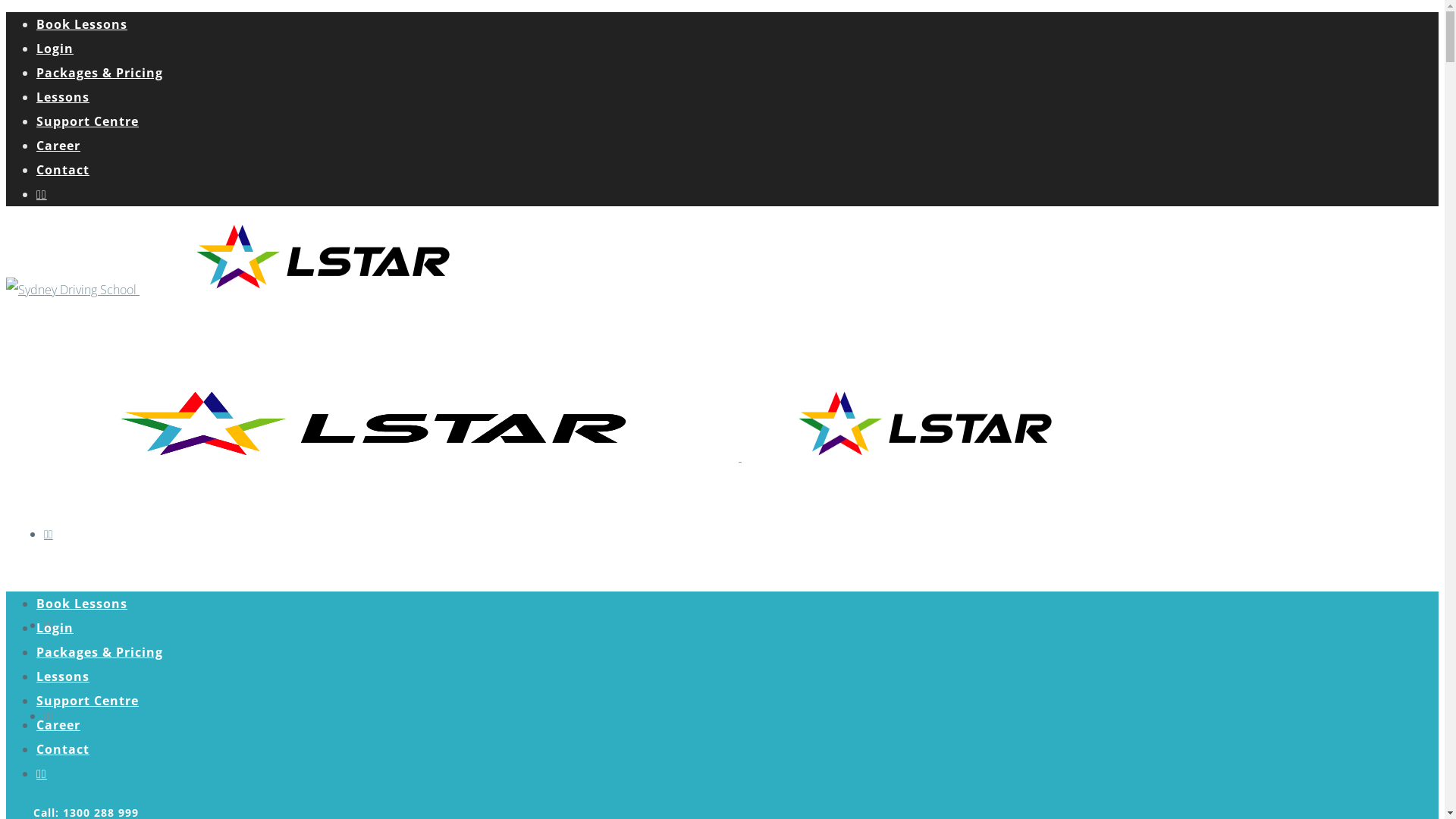 This screenshot has height=819, width=1456. I want to click on 'Packages & Pricing', so click(99, 651).